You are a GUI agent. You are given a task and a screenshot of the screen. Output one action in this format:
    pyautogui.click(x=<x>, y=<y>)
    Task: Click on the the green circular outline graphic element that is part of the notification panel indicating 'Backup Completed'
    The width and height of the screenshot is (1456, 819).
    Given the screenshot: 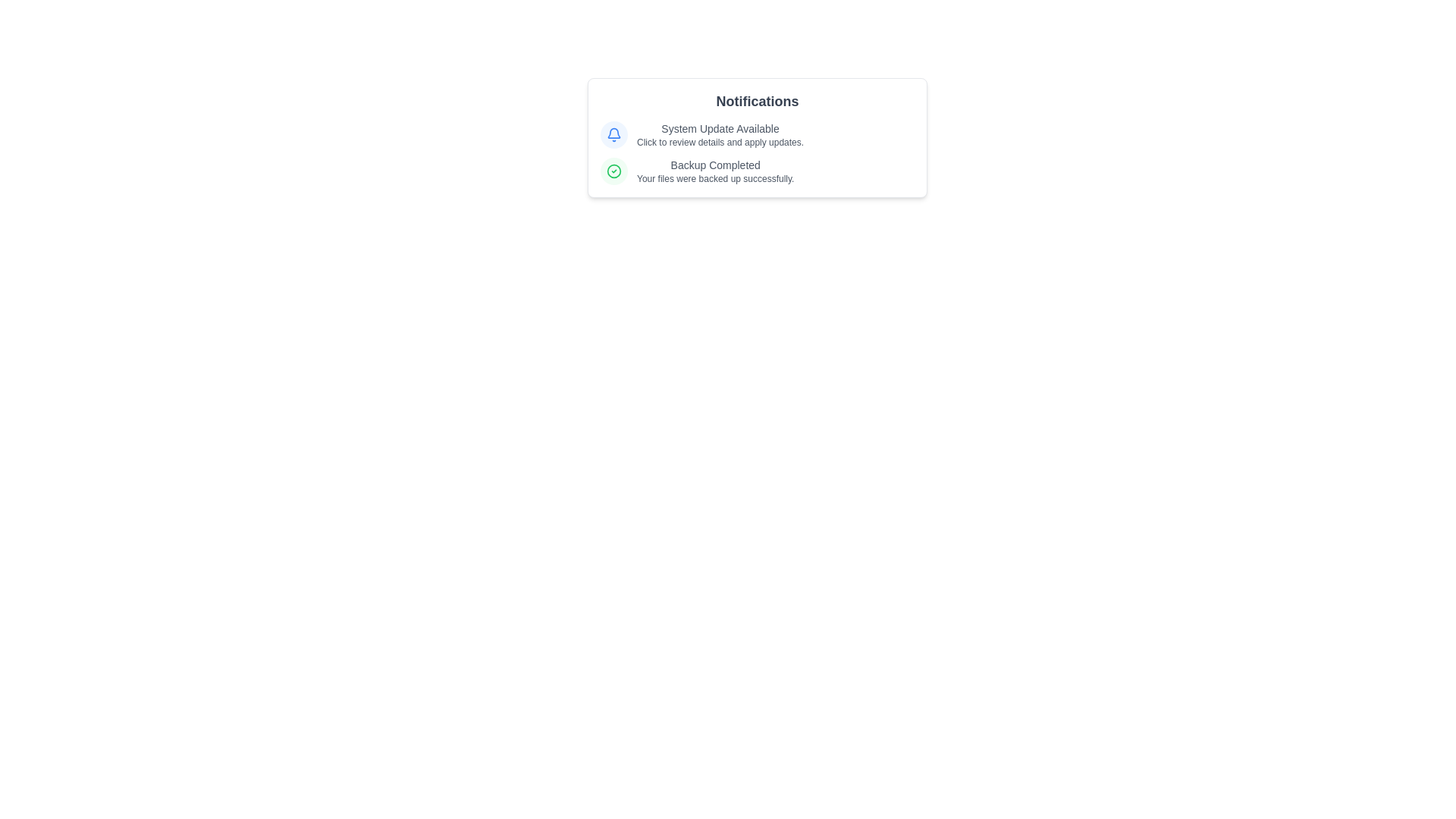 What is the action you would take?
    pyautogui.click(x=614, y=171)
    